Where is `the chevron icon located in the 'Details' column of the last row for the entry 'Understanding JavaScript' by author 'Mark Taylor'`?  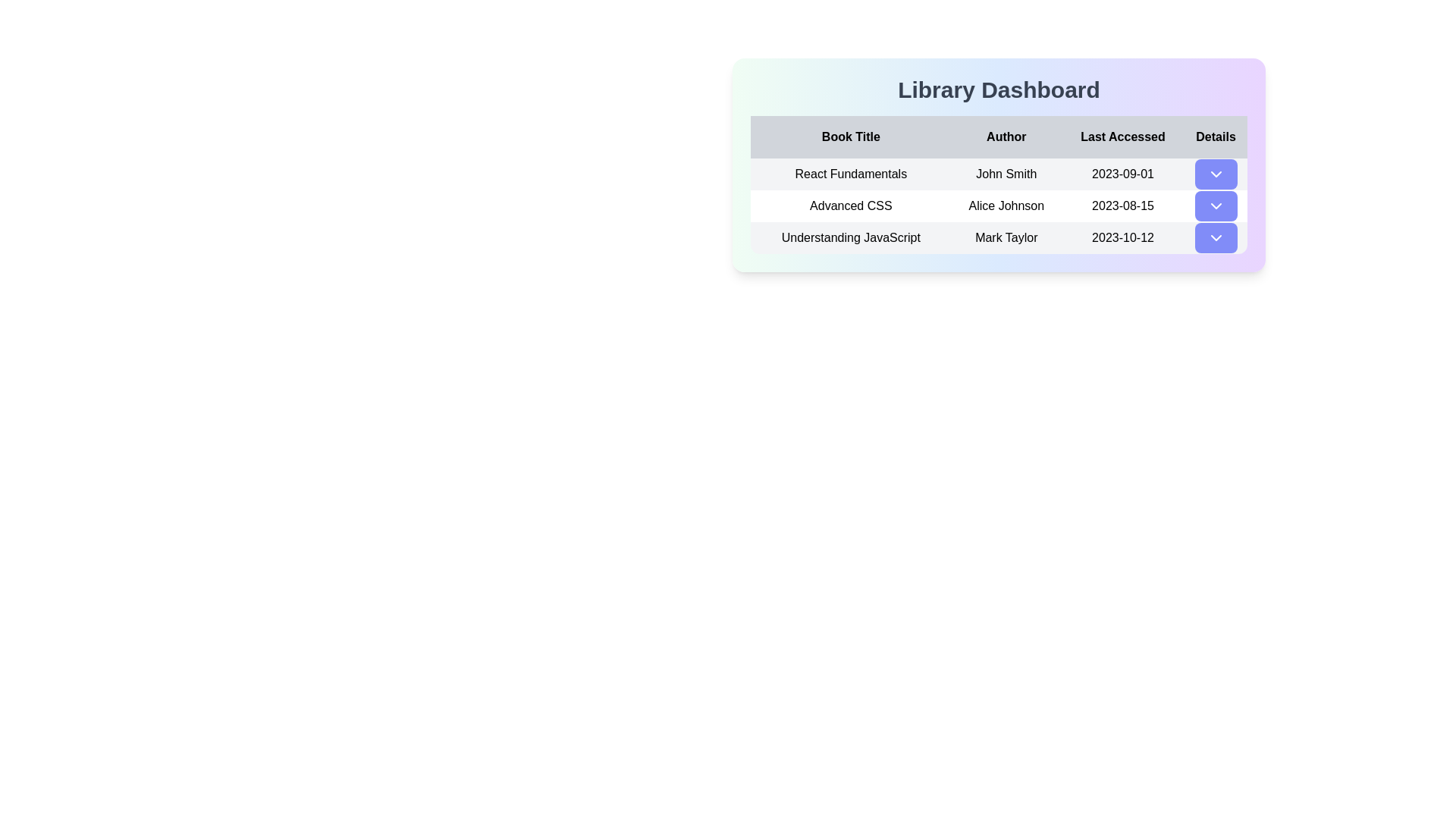
the chevron icon located in the 'Details' column of the last row for the entry 'Understanding JavaScript' by author 'Mark Taylor' is located at coordinates (1216, 237).